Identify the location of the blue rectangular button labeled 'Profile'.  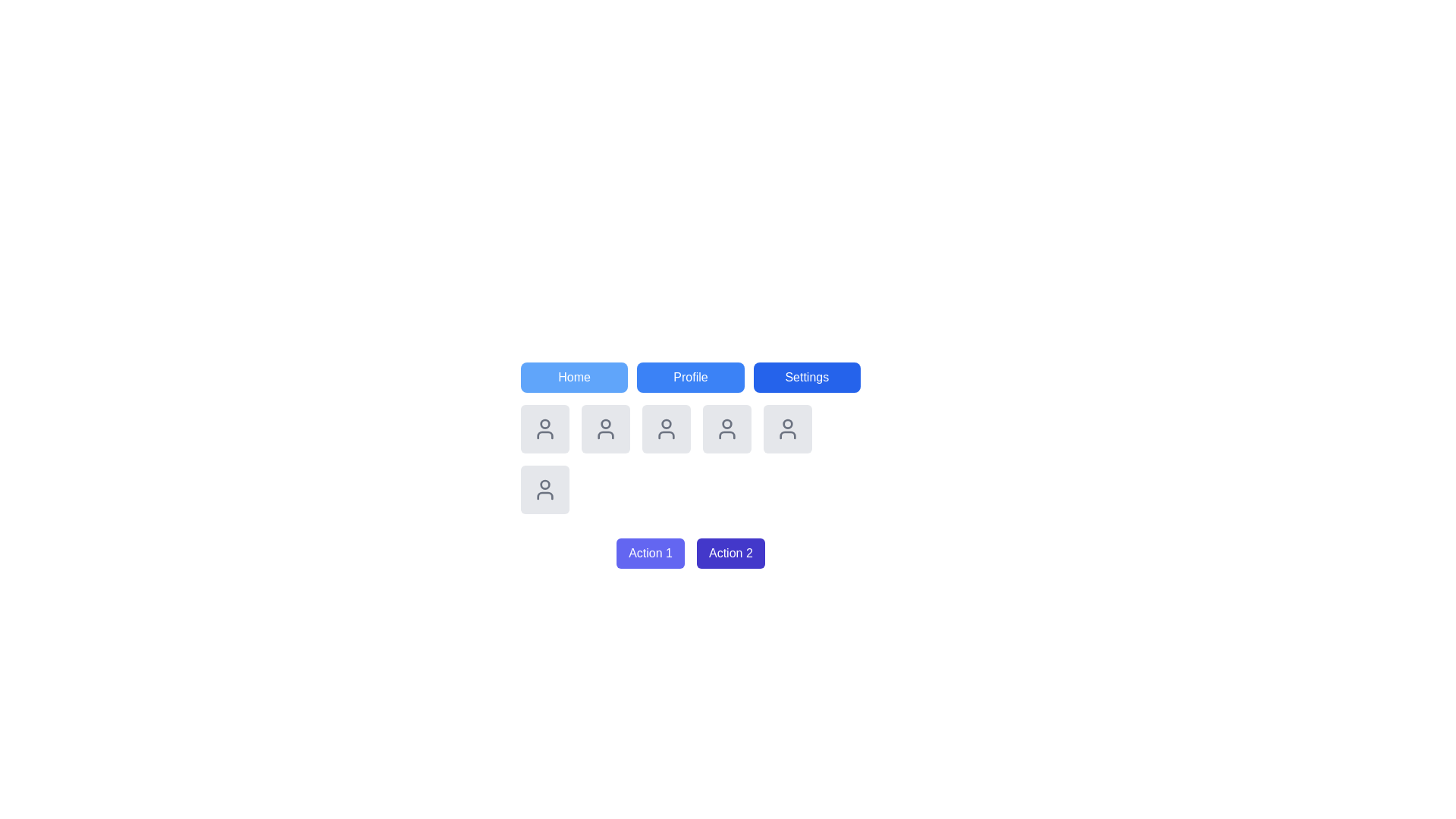
(690, 376).